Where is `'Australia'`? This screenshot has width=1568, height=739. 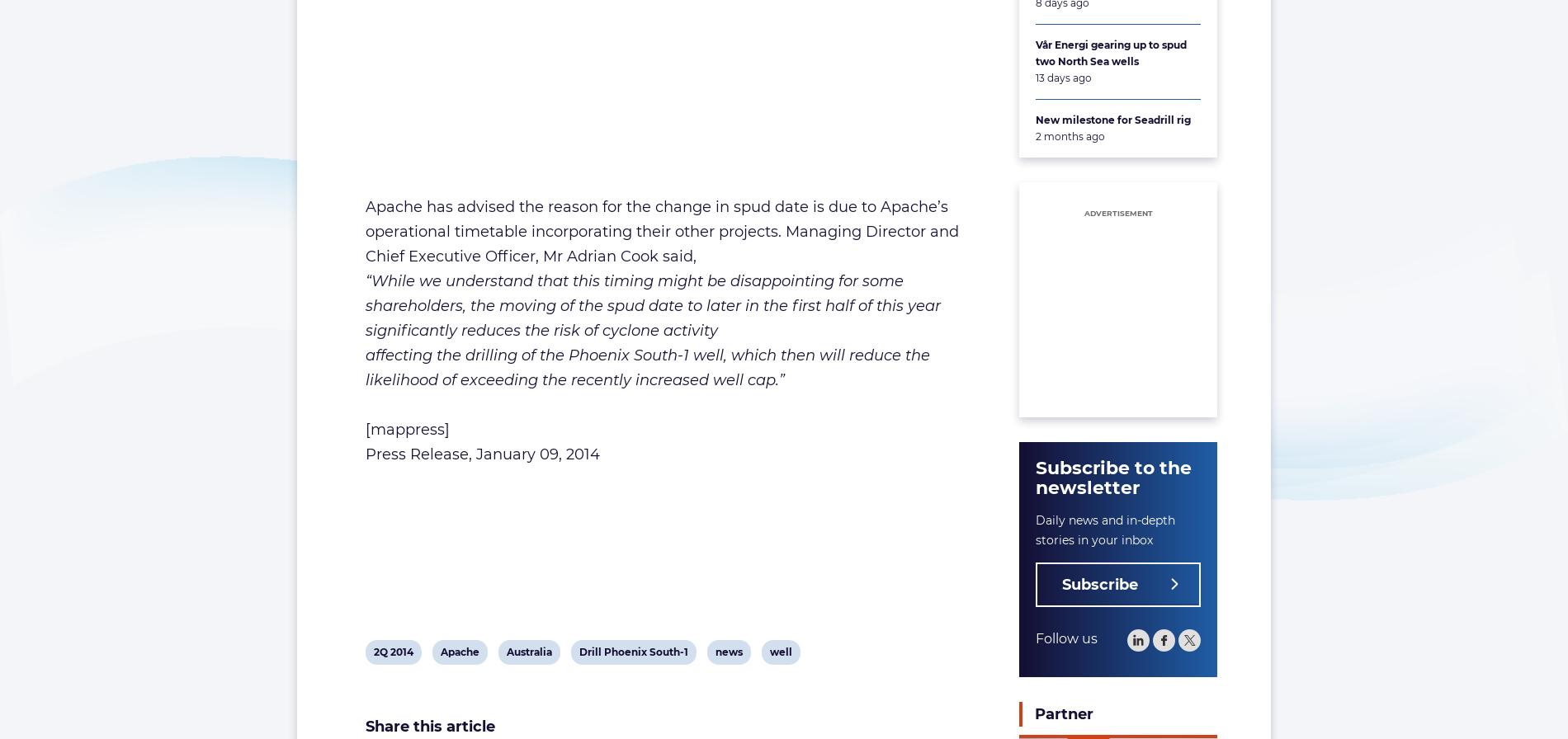
'Australia' is located at coordinates (528, 651).